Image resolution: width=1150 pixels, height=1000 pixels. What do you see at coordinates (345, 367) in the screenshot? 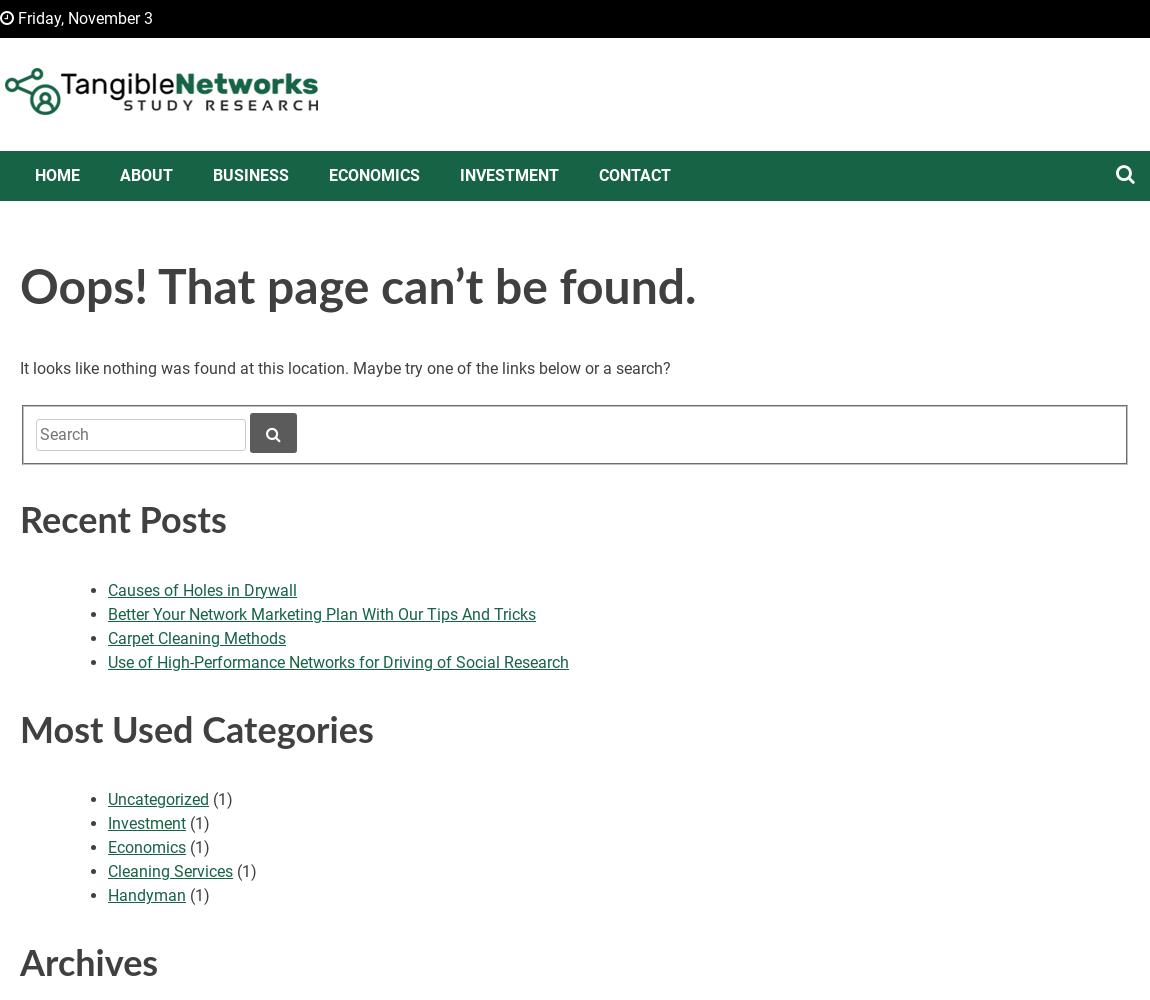
I see `'It looks like nothing was found at this location. Maybe try one of the links below or a search?'` at bounding box center [345, 367].